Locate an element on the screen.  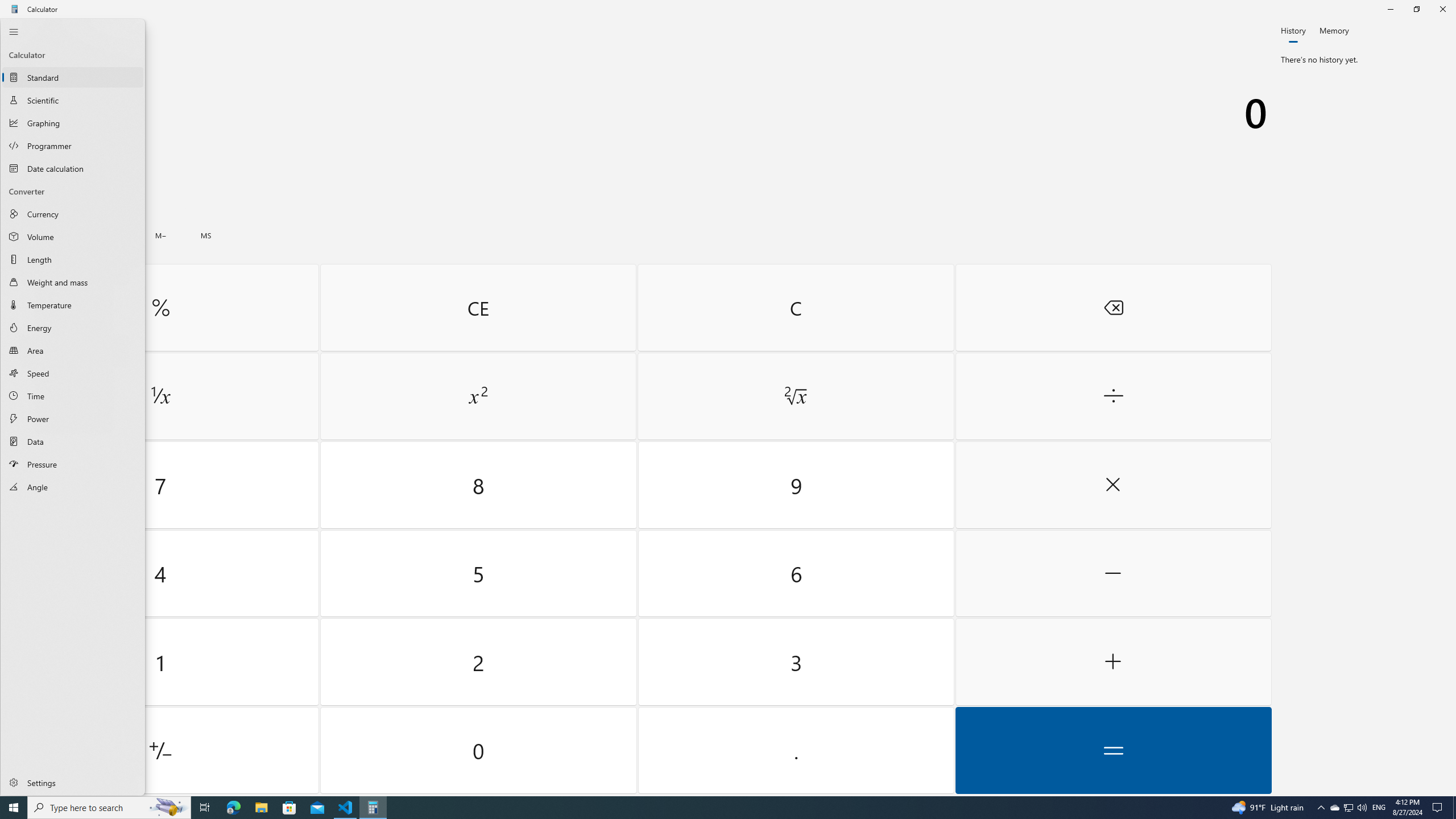
'Currency Converter' is located at coordinates (72, 213).